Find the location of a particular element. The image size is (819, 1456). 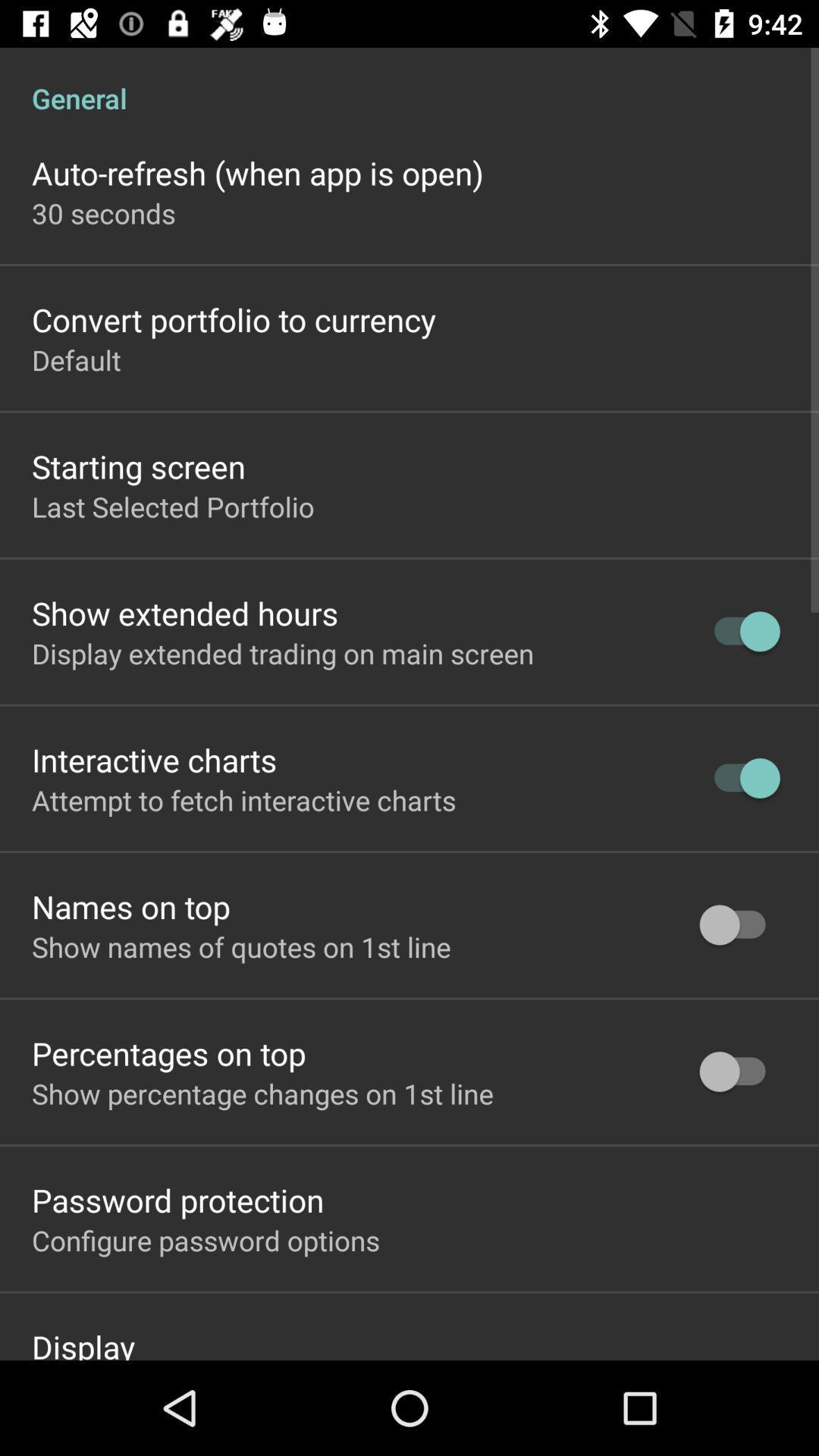

item above interactive charts item is located at coordinates (283, 653).